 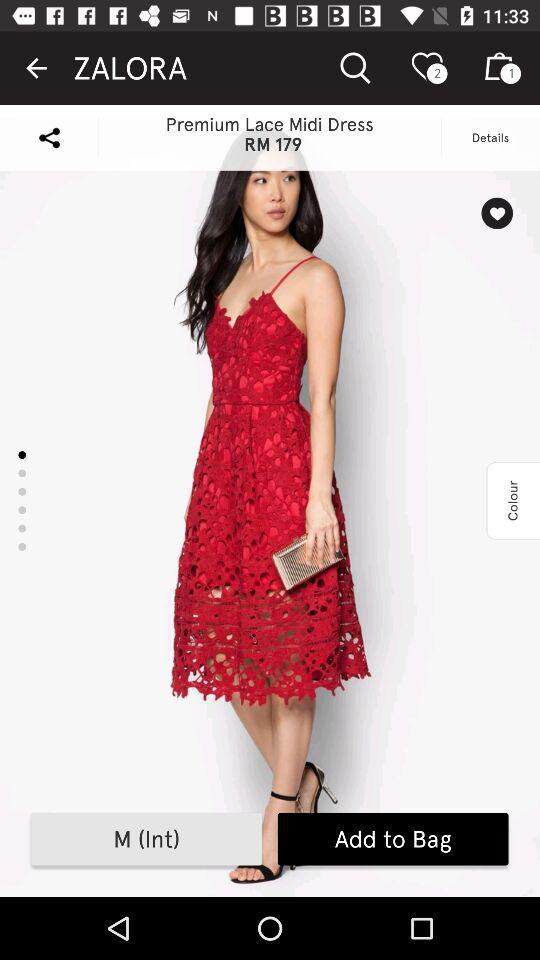 I want to click on heart this dress, so click(x=496, y=213).